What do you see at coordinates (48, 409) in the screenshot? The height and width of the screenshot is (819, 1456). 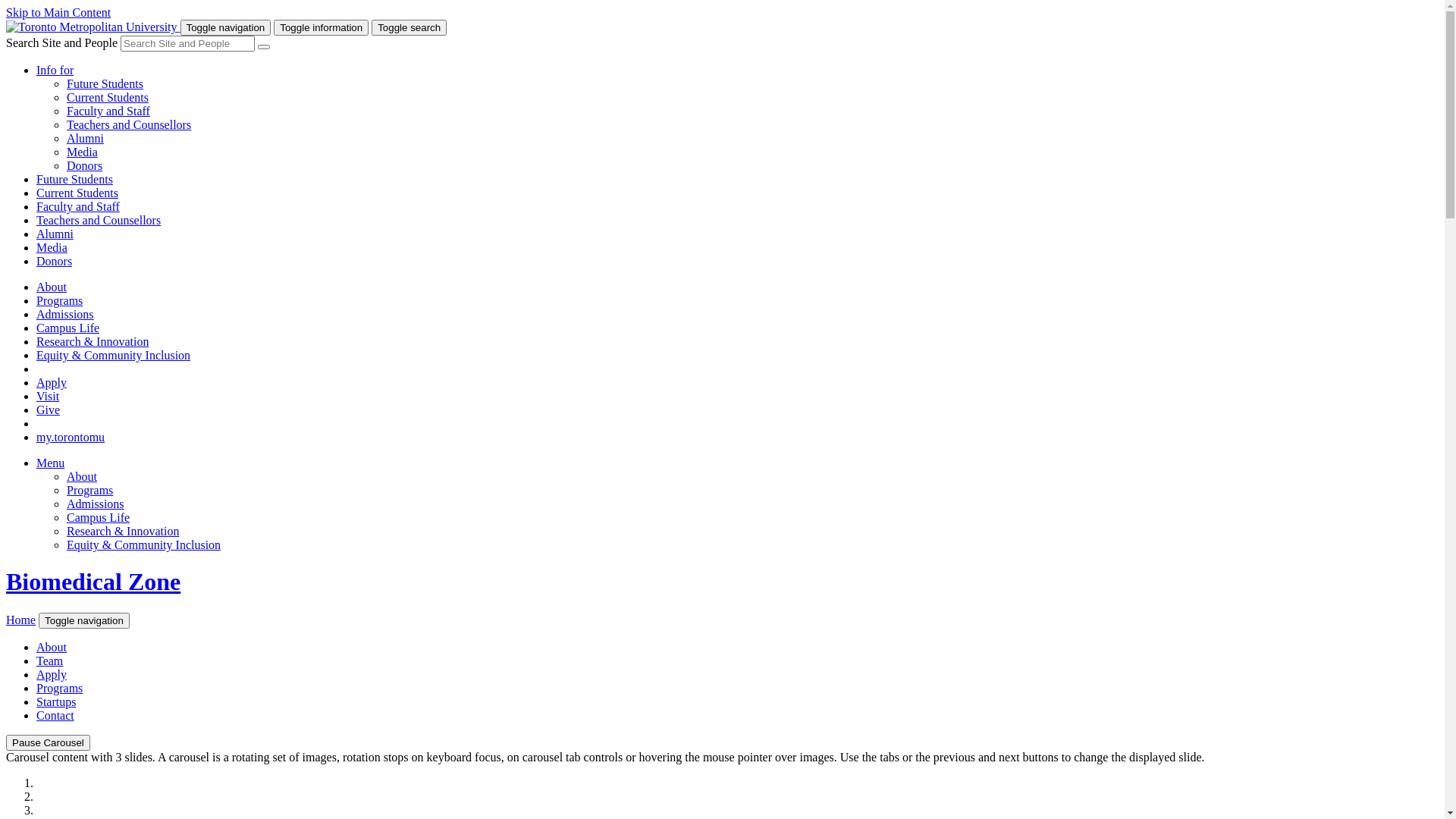 I see `'Give'` at bounding box center [48, 409].